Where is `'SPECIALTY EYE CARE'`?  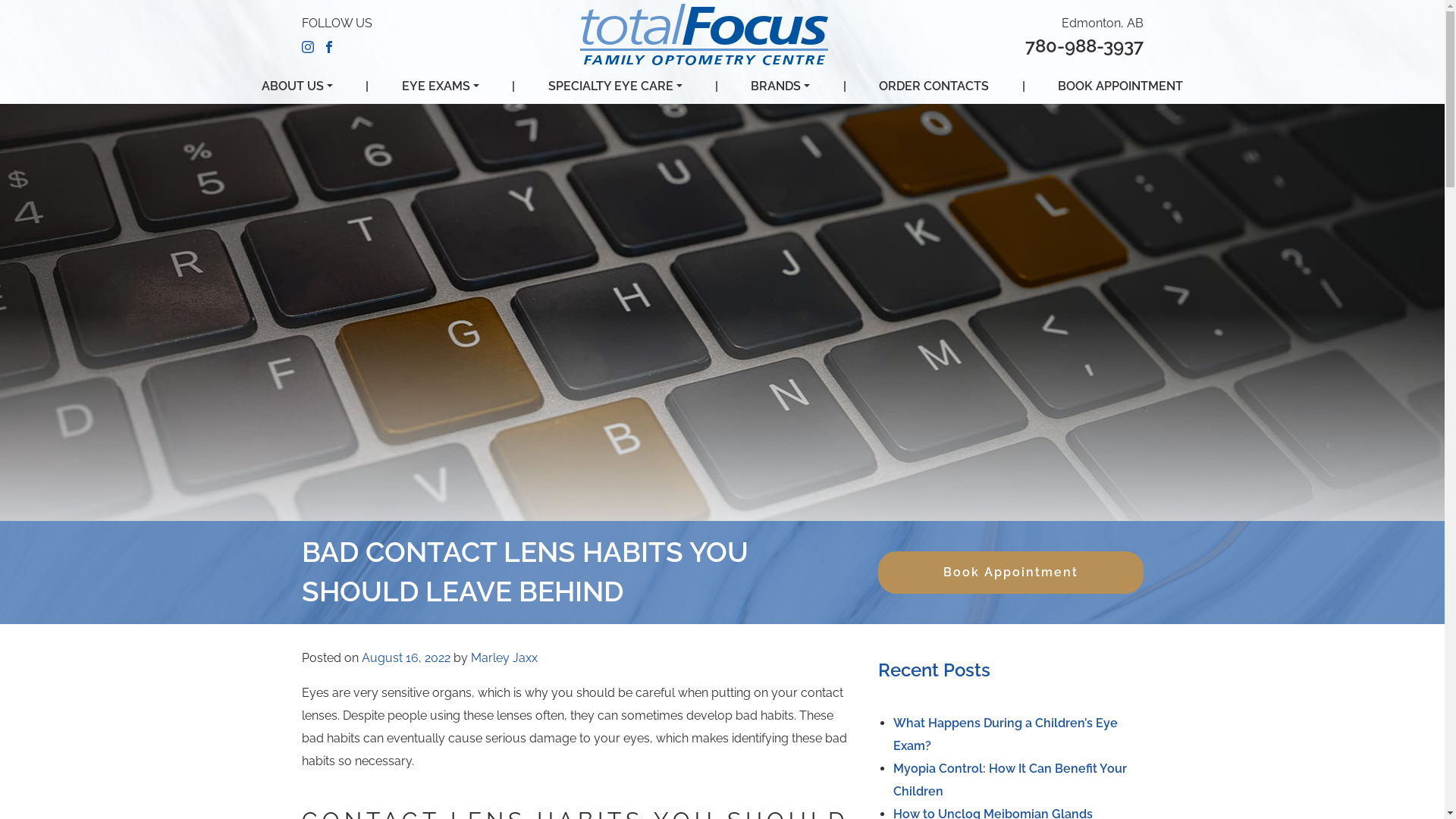 'SPECIALTY EYE CARE' is located at coordinates (615, 86).